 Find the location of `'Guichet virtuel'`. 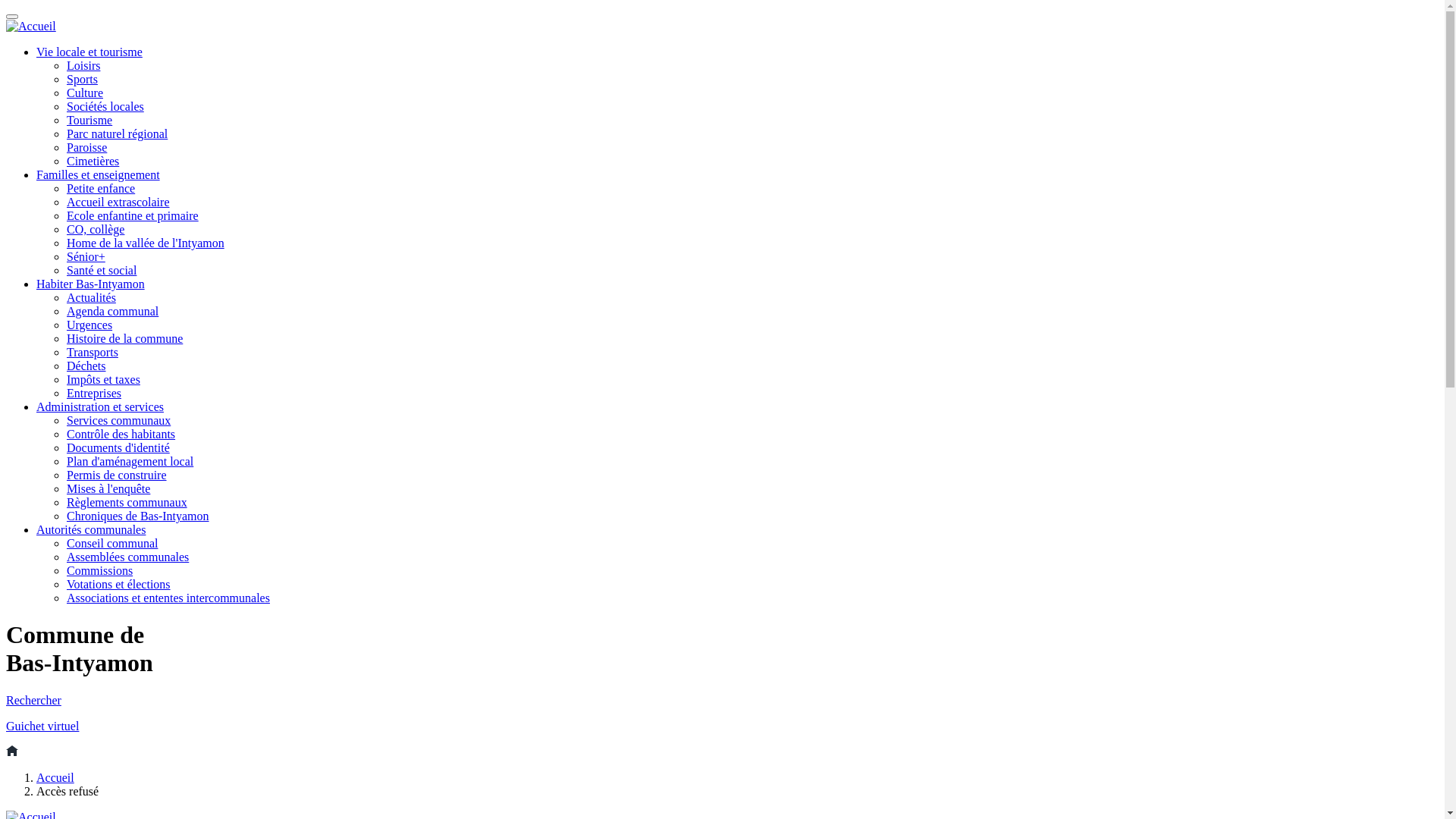

'Guichet virtuel' is located at coordinates (6, 725).